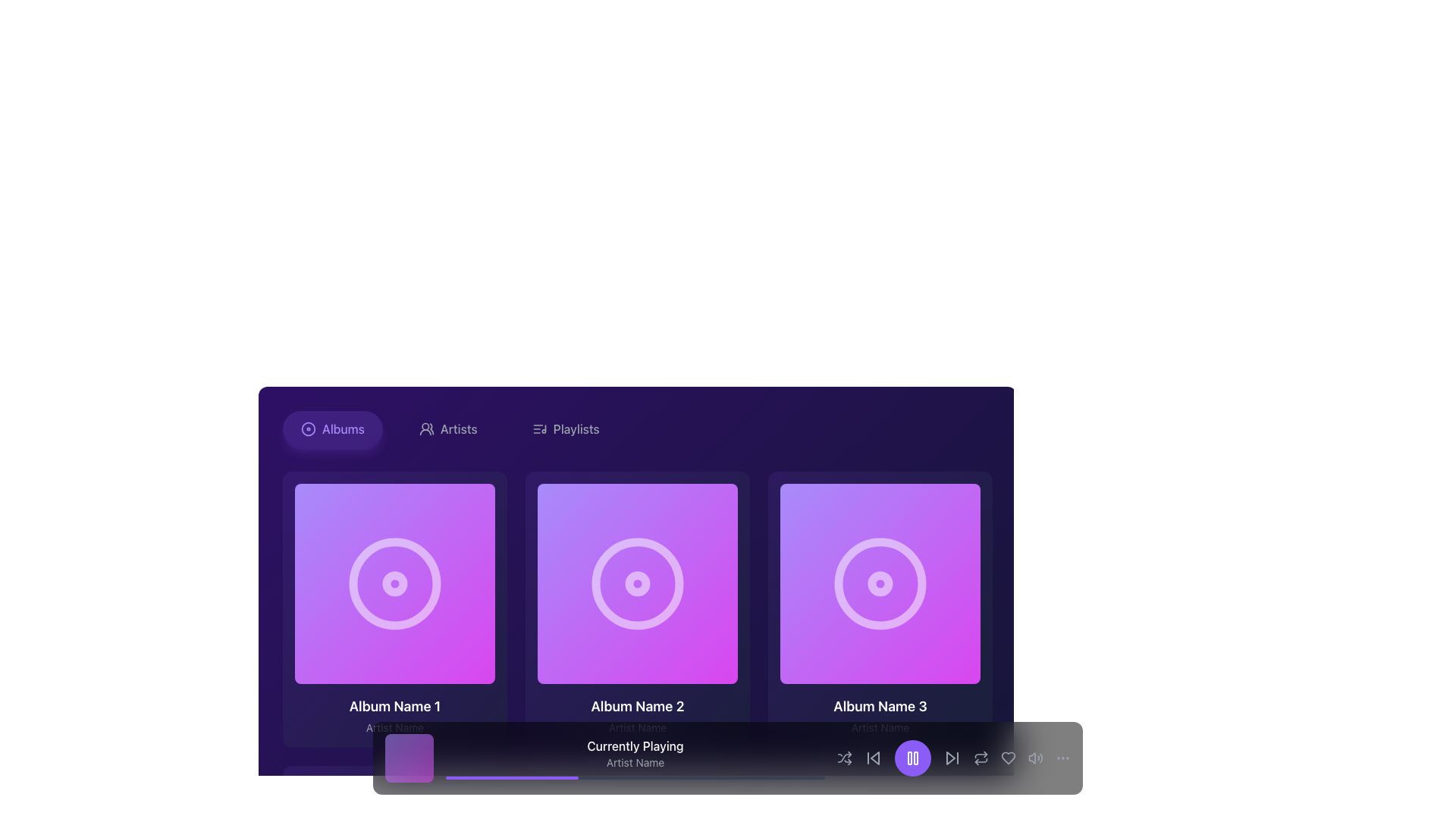  I want to click on the heart-shaped outline button located, so click(1008, 758).